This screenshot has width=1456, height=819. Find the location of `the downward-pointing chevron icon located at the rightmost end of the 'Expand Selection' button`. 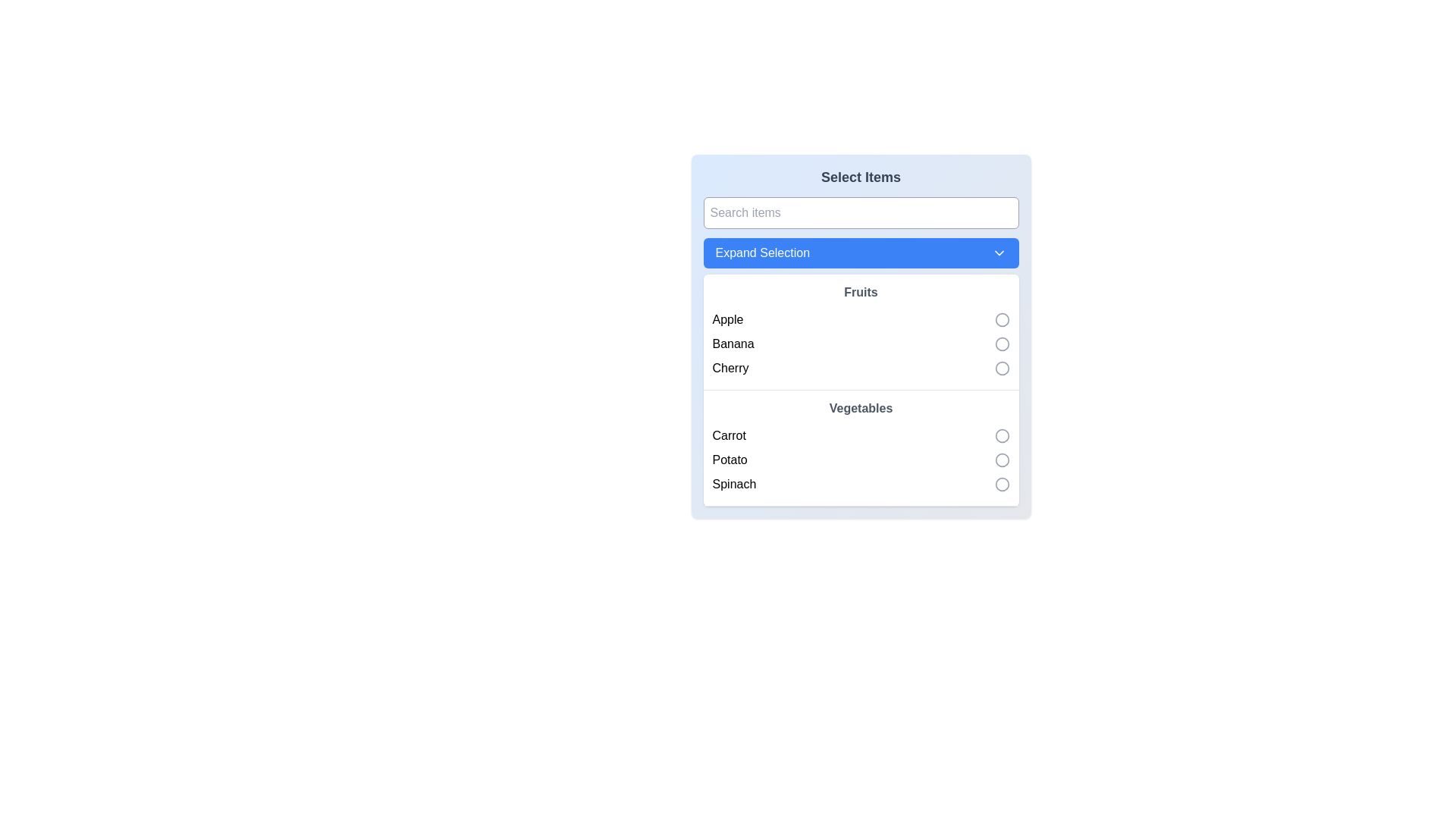

the downward-pointing chevron icon located at the rightmost end of the 'Expand Selection' button is located at coordinates (999, 253).